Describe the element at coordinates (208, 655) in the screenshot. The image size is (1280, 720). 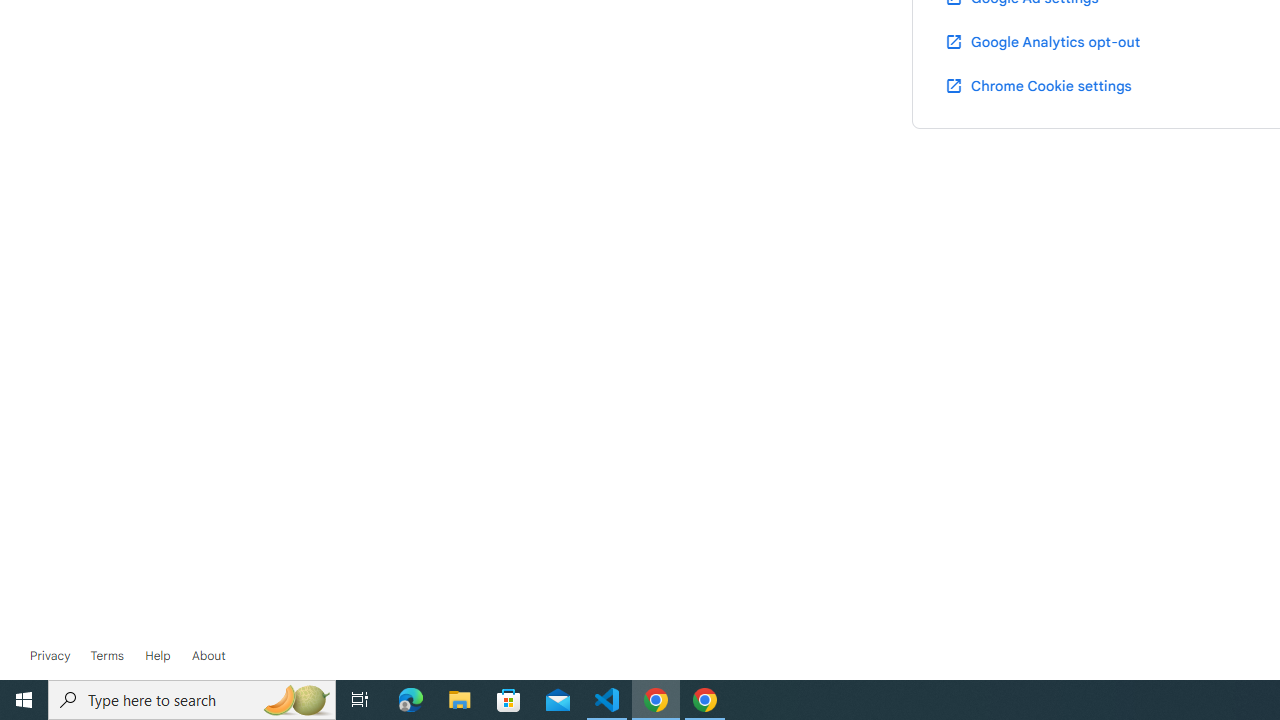
I see `'Learn more about Google Account'` at that location.